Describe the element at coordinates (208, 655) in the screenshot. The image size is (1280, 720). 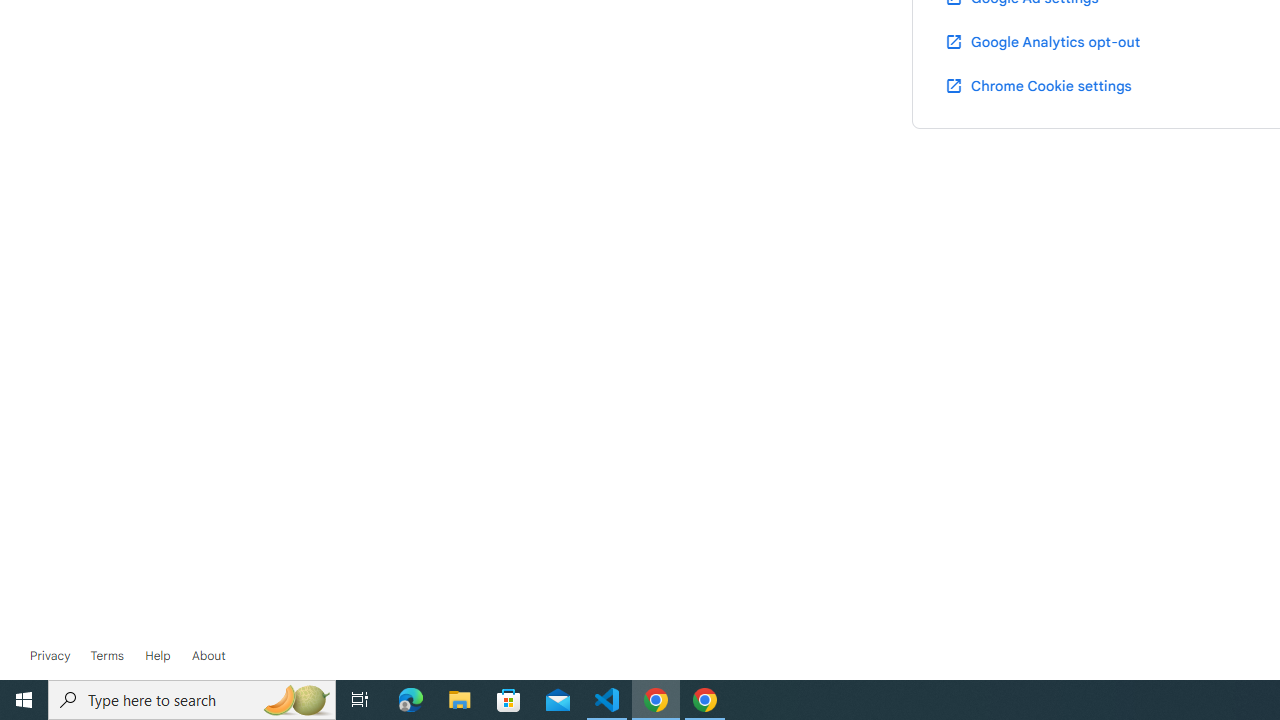
I see `'Learn more about Google Account'` at that location.